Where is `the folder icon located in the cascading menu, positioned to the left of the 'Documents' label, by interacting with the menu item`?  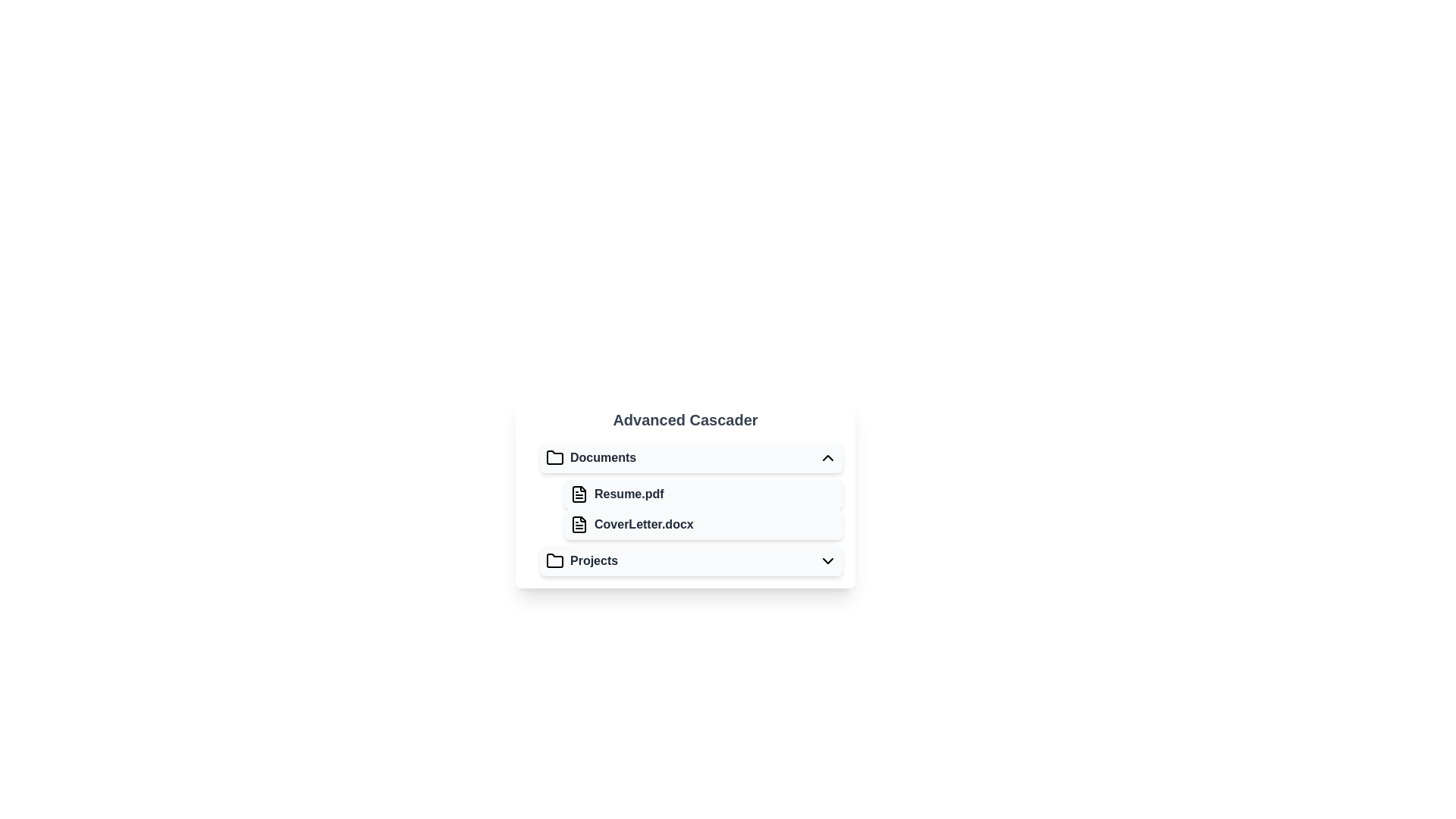
the folder icon located in the cascading menu, positioned to the left of the 'Documents' label, by interacting with the menu item is located at coordinates (554, 456).